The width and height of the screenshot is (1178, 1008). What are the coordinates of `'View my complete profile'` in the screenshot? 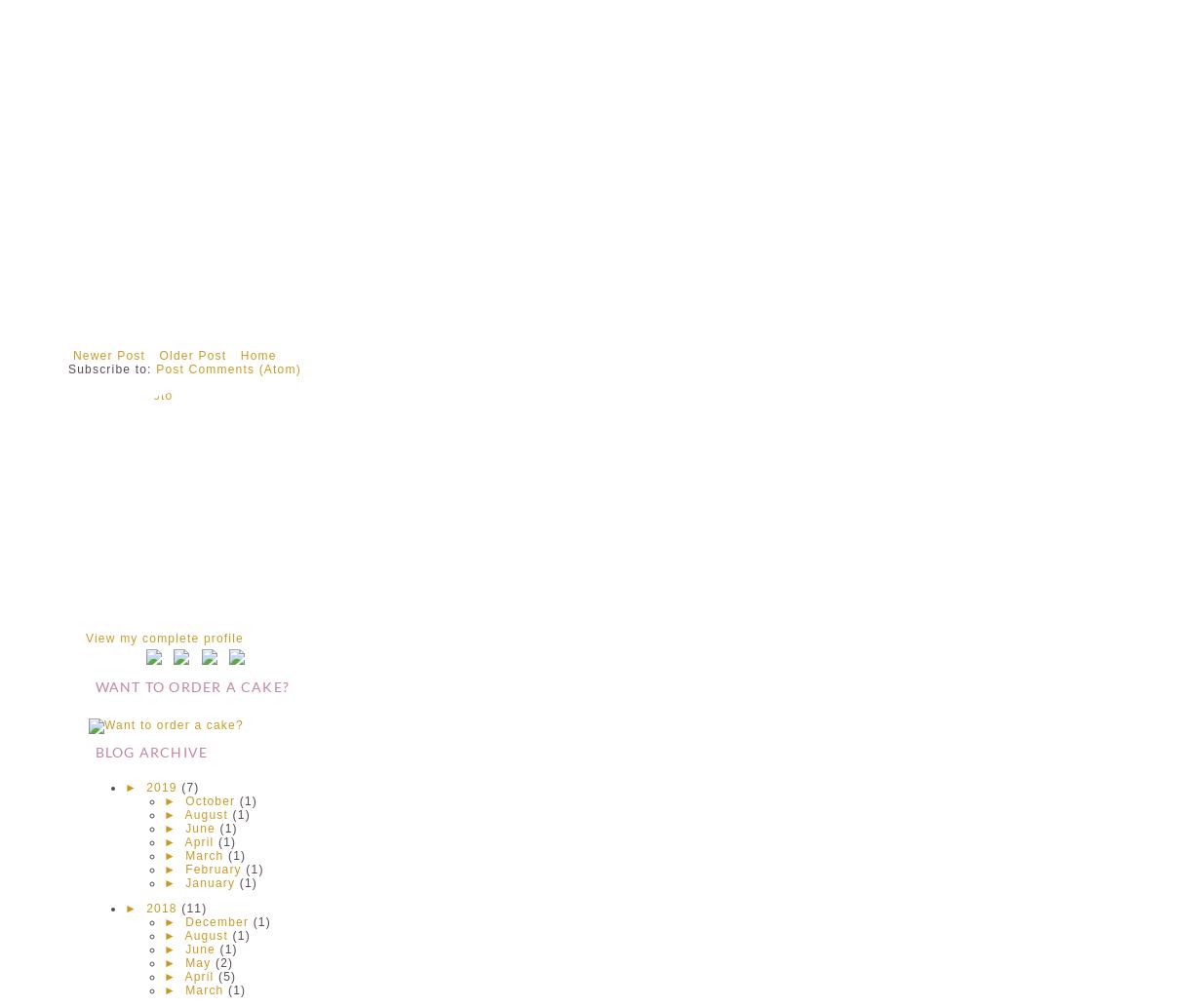 It's located at (164, 639).